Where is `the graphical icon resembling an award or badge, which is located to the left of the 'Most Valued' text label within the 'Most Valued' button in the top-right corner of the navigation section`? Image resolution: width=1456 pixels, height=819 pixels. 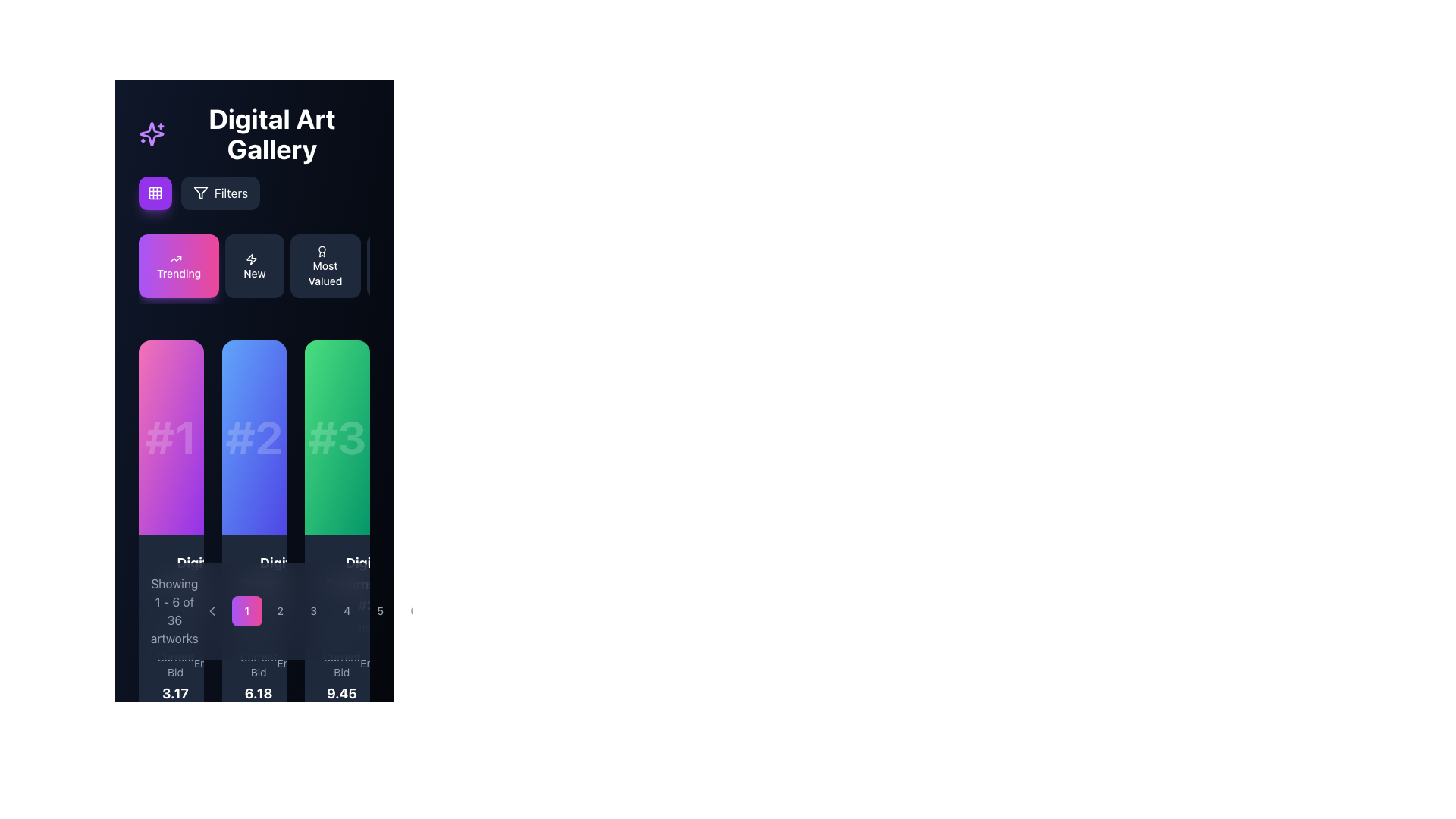 the graphical icon resembling an award or badge, which is located to the left of the 'Most Valued' text label within the 'Most Valued' button in the top-right corner of the navigation section is located at coordinates (322, 251).